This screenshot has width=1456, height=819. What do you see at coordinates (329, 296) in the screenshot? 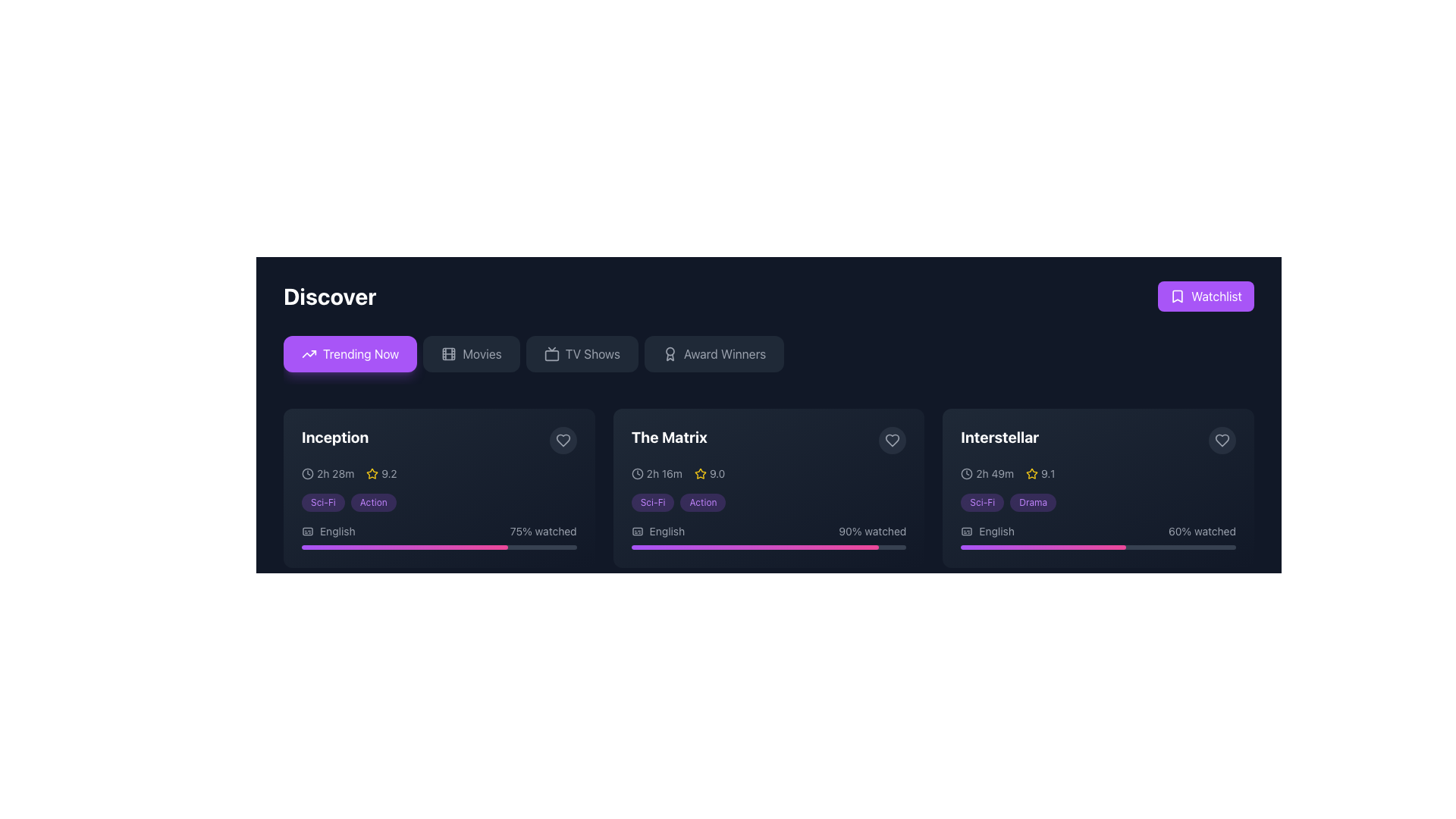
I see `the Text Label that serves as a static display of text, indicating a title or heading, located in the upper-left region of the interface layout` at bounding box center [329, 296].